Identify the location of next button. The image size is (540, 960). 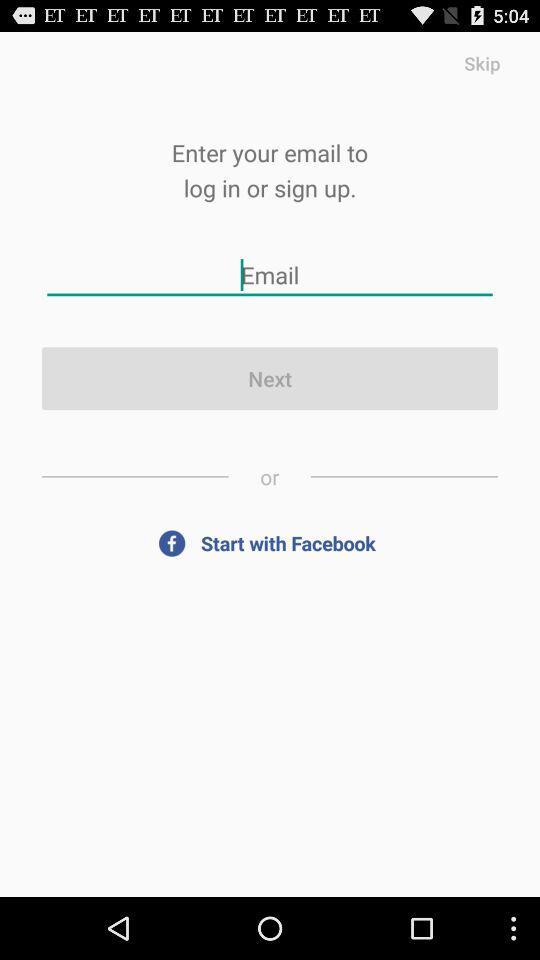
(270, 377).